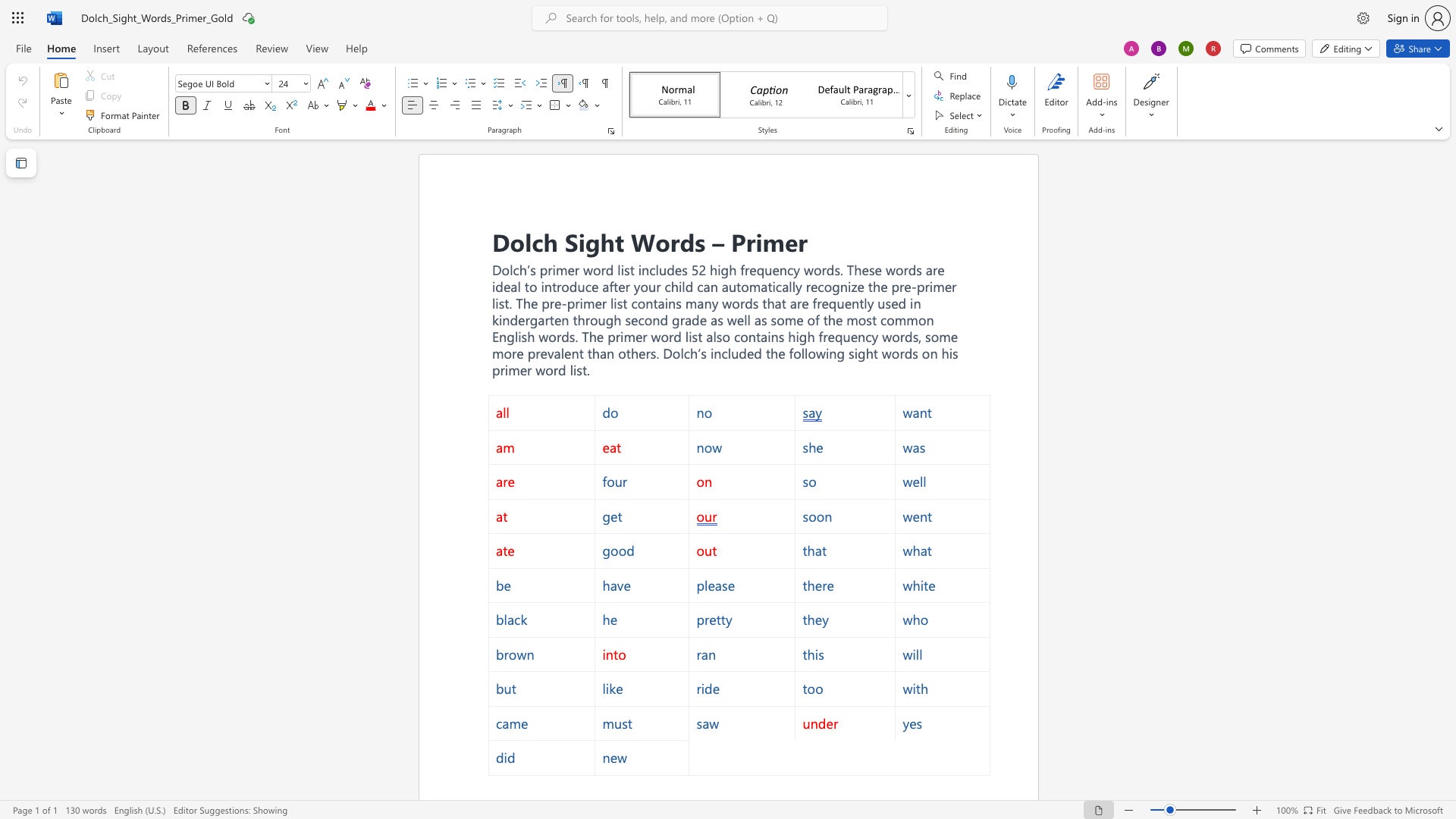 The image size is (1456, 819). I want to click on the 2th character "o" in the text, so click(662, 240).